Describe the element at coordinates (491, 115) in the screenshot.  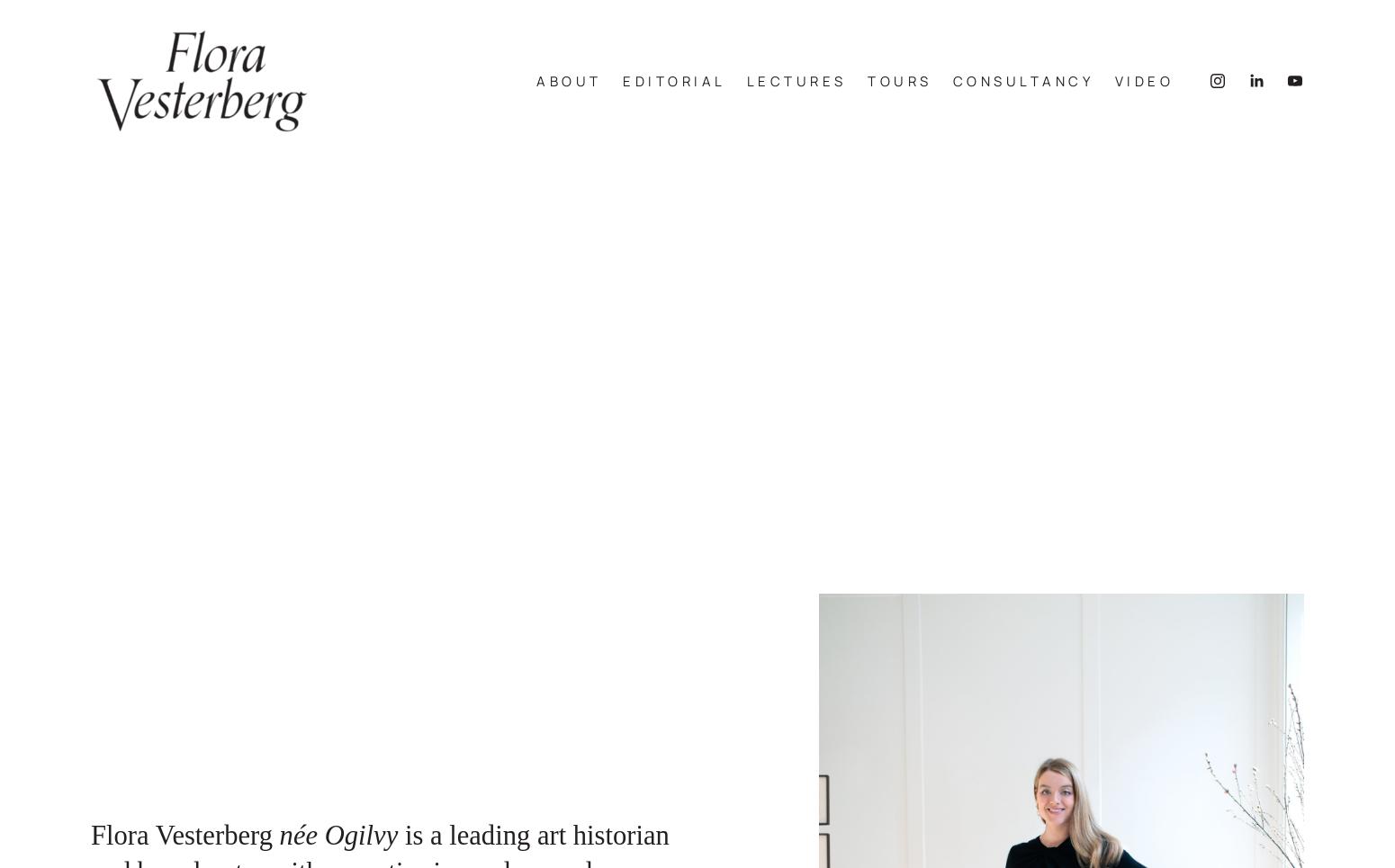
I see `'Biography'` at that location.